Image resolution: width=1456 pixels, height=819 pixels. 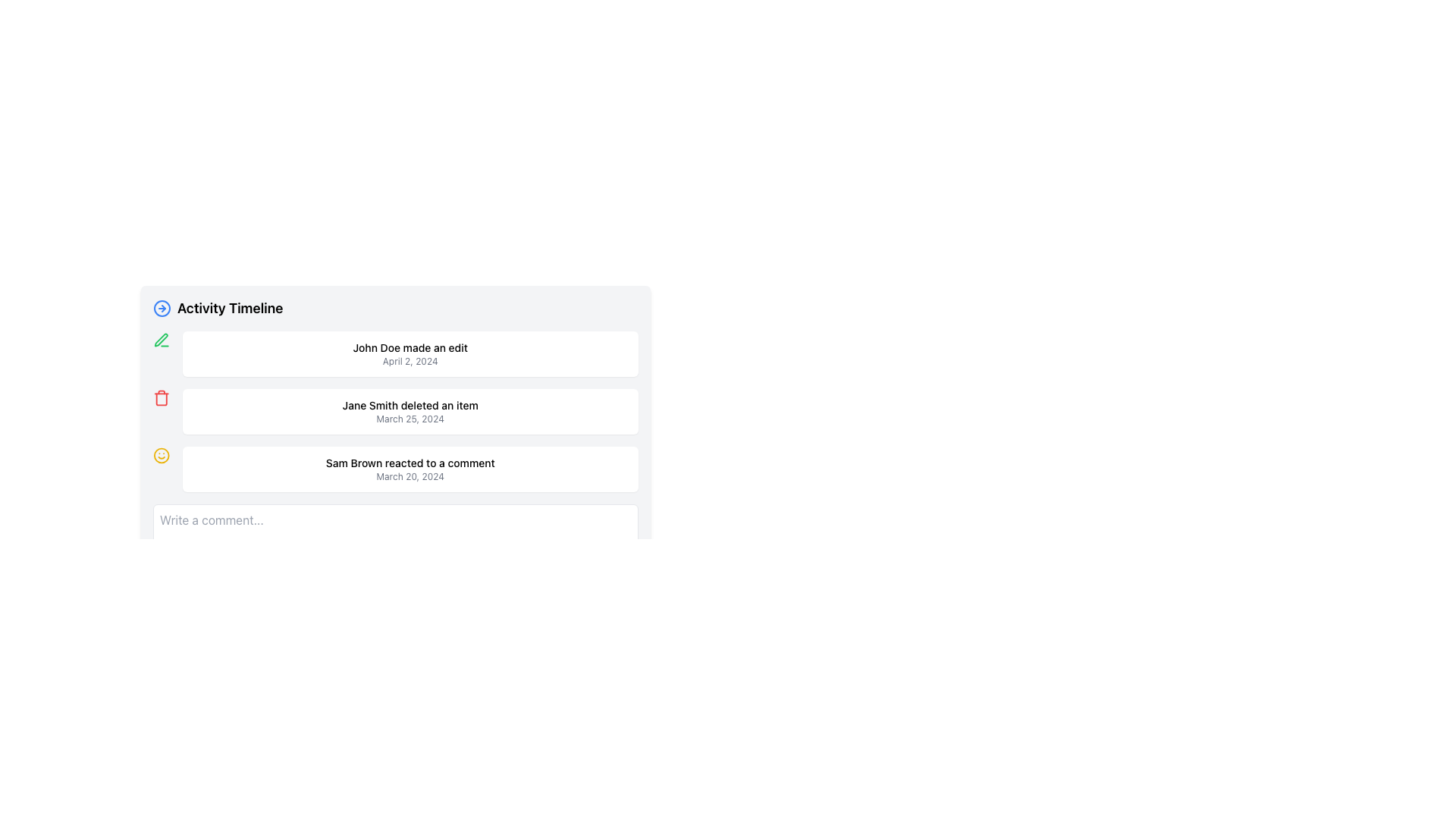 I want to click on the static text component displaying the message 'Jane Smith deleted an item' in the timeline interface, so click(x=410, y=405).